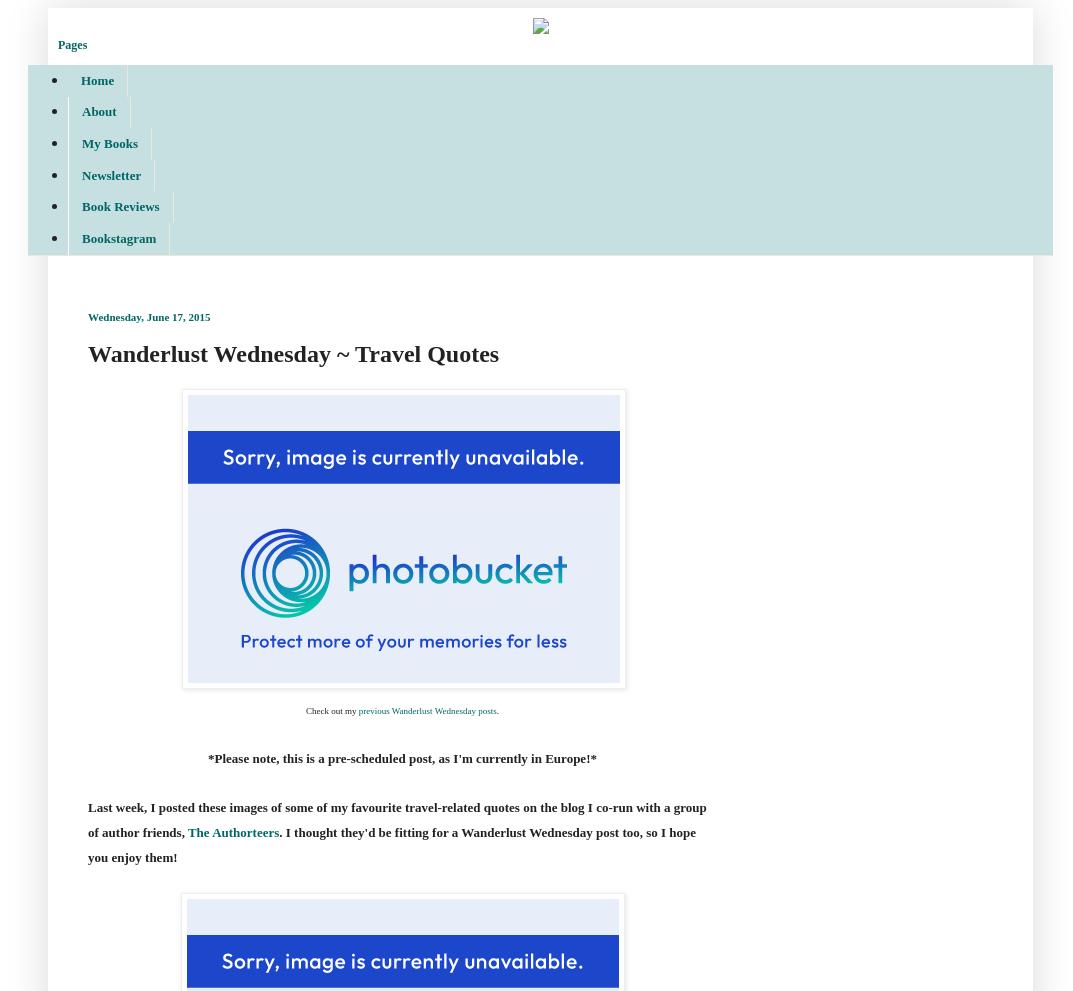  I want to click on 'Pages', so click(72, 43).